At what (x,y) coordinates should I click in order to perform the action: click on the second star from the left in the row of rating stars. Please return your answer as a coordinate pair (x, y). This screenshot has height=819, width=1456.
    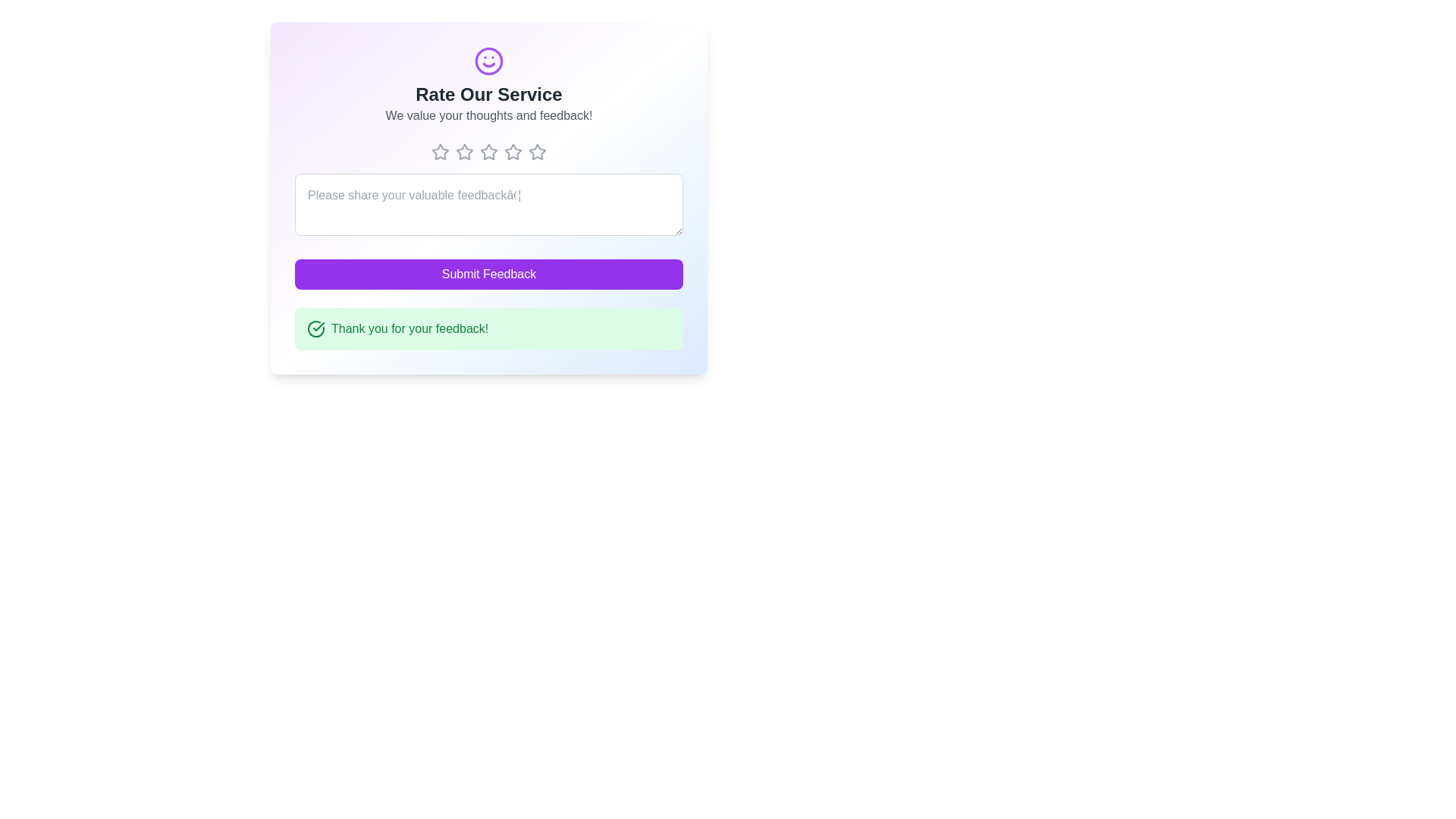
    Looking at the image, I should click on (464, 152).